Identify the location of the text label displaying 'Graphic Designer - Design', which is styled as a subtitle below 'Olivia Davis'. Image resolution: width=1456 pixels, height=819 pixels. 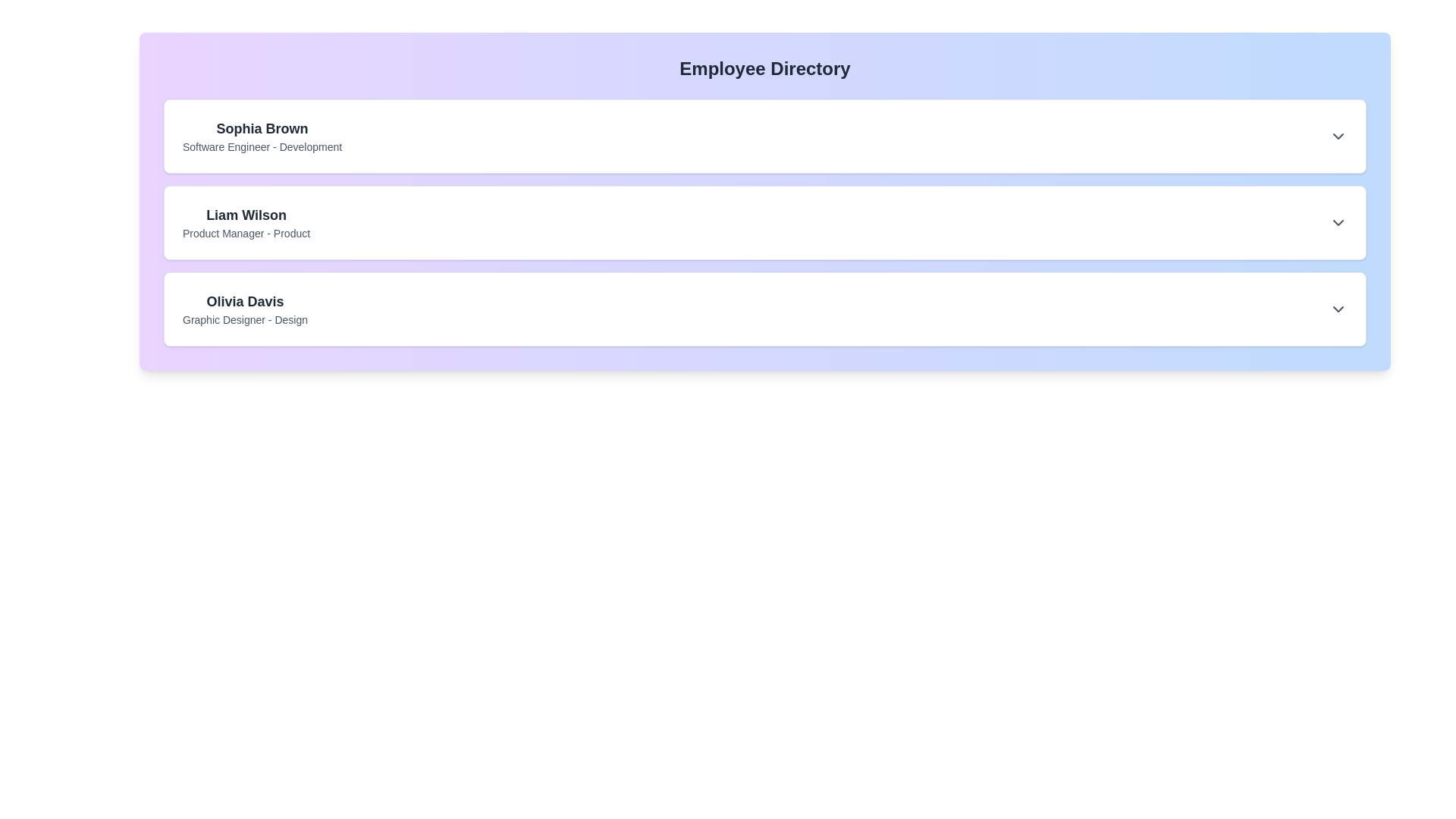
(245, 318).